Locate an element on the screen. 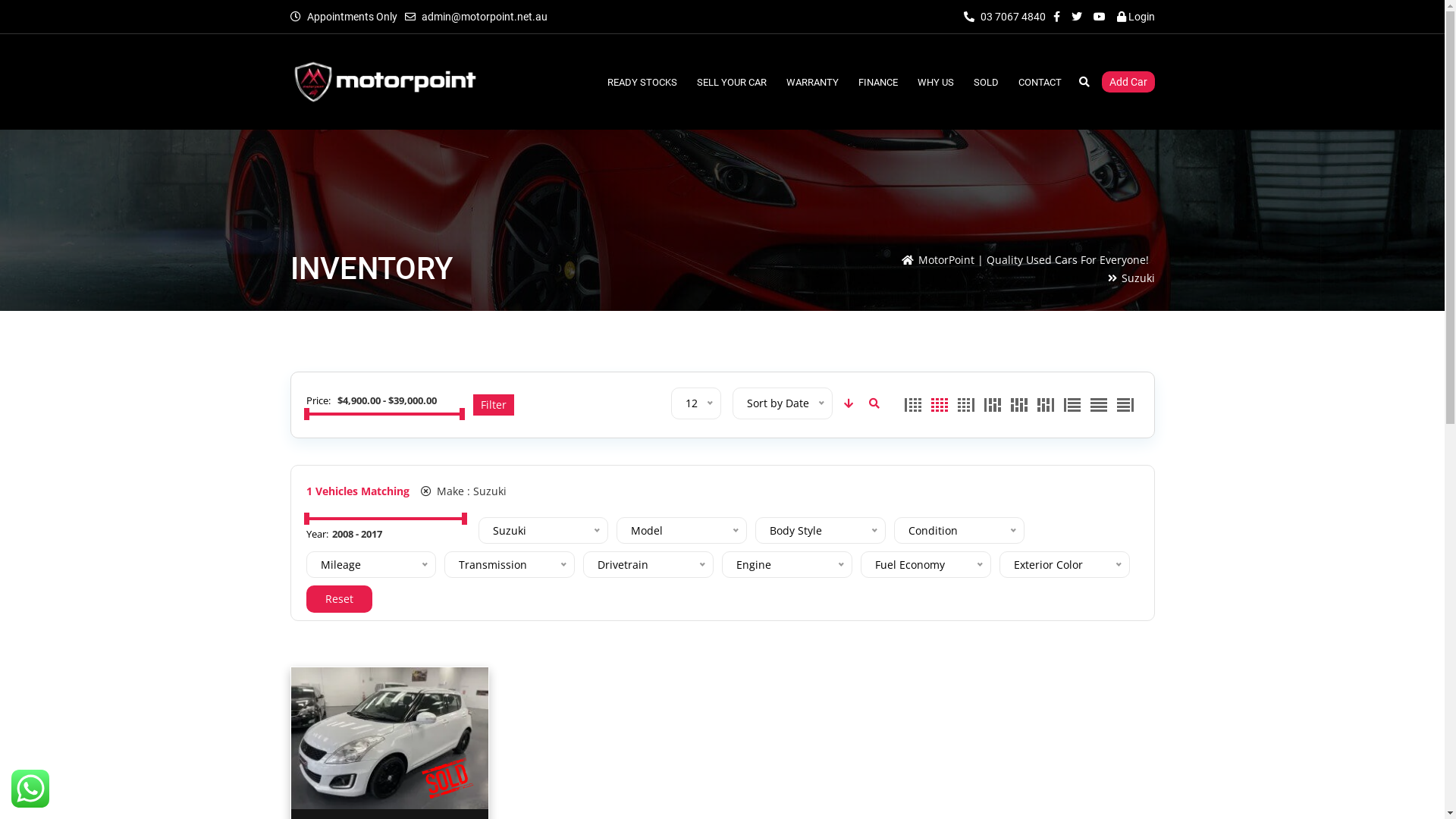 Image resolution: width=1456 pixels, height=819 pixels. 'MotorPoint | Quality Used Cars For Everyone!' is located at coordinates (1032, 259).